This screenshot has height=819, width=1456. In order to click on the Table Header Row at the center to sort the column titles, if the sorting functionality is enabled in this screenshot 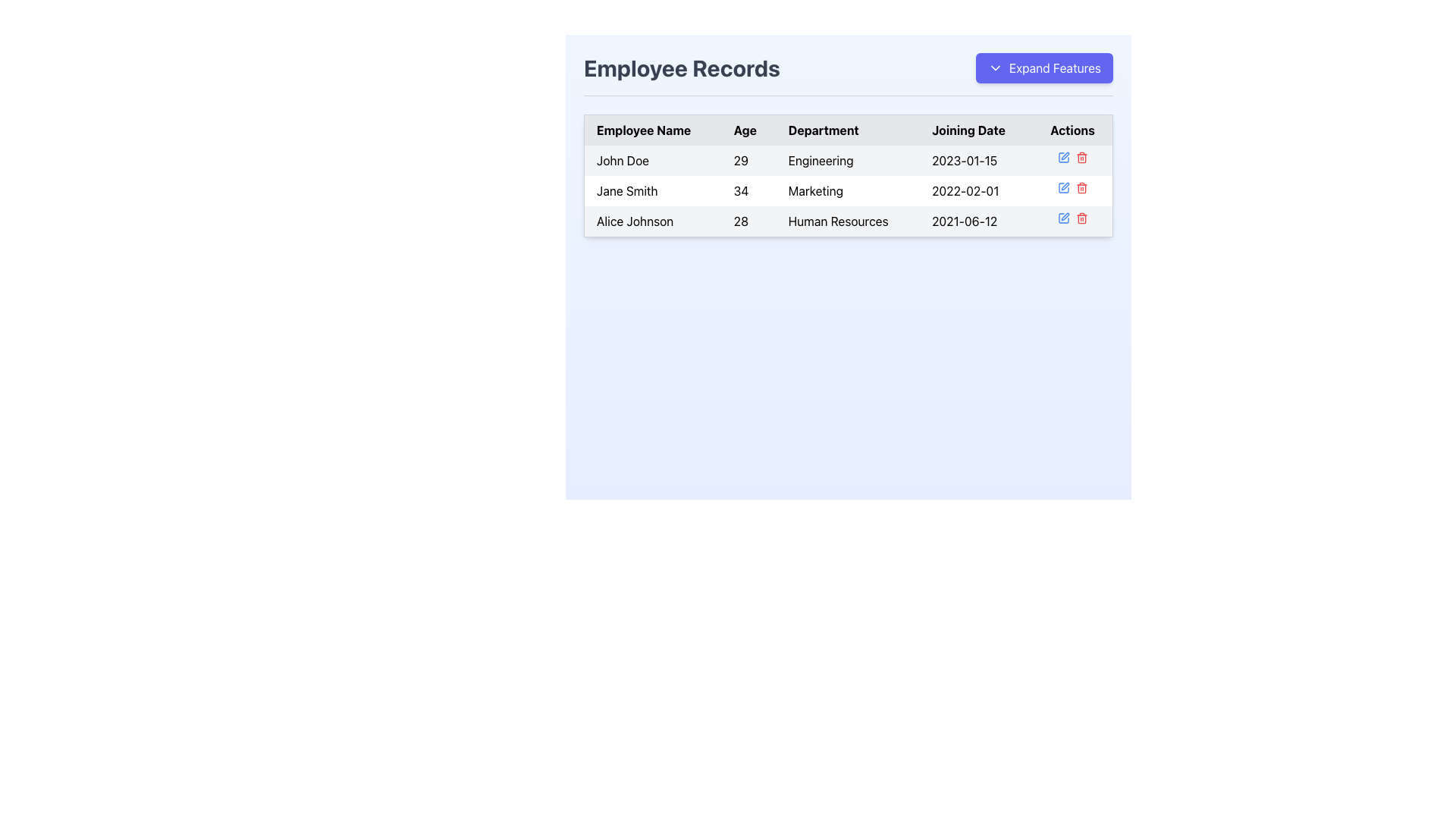, I will do `click(847, 128)`.